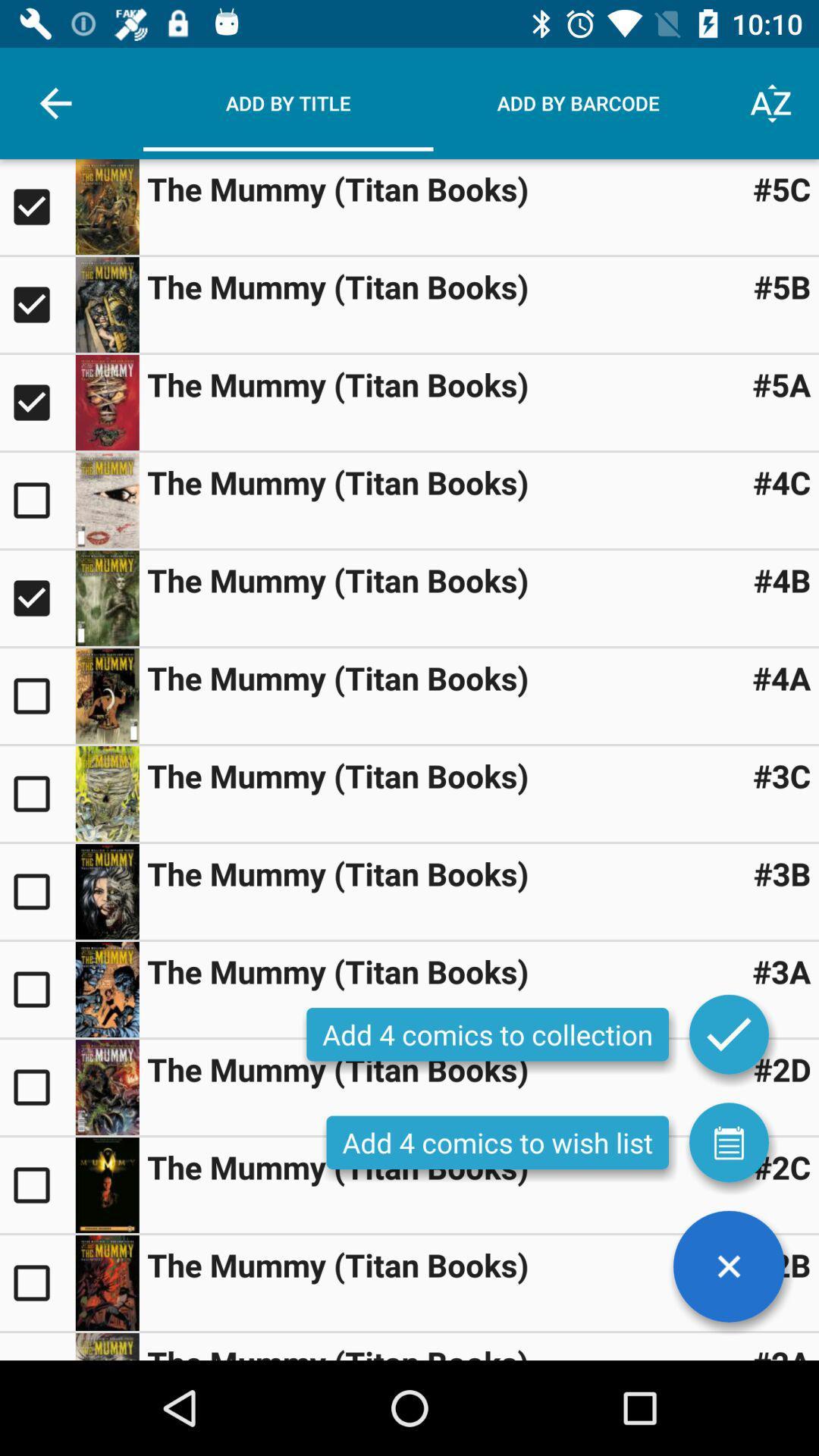  What do you see at coordinates (36, 403) in the screenshot?
I see `unselect` at bounding box center [36, 403].